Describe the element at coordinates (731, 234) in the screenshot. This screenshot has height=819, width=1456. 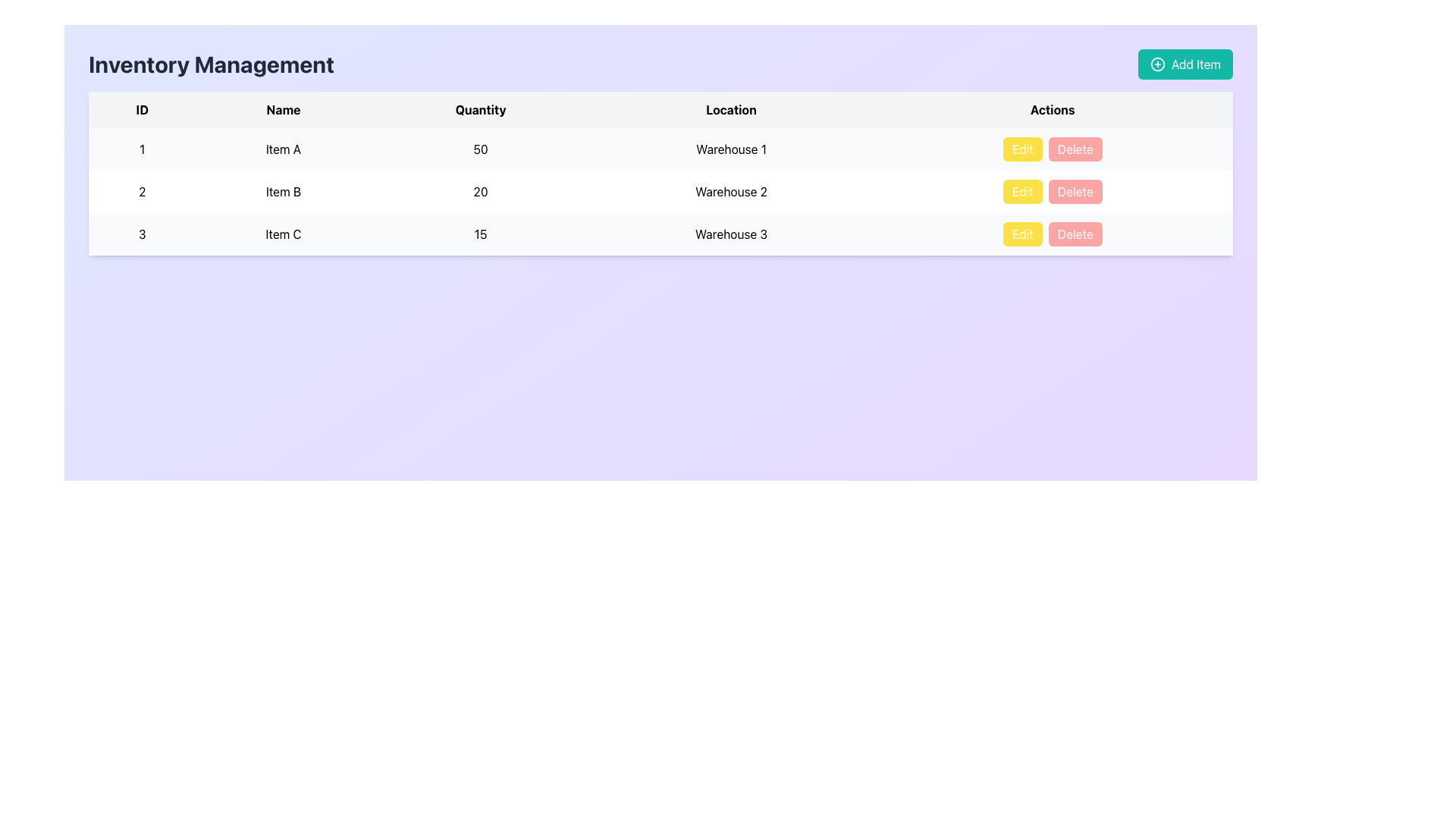
I see `the text label displaying 'Warehouse 3' in the 'Location' column of the table, specifically located in the fourth column of the third row` at that location.